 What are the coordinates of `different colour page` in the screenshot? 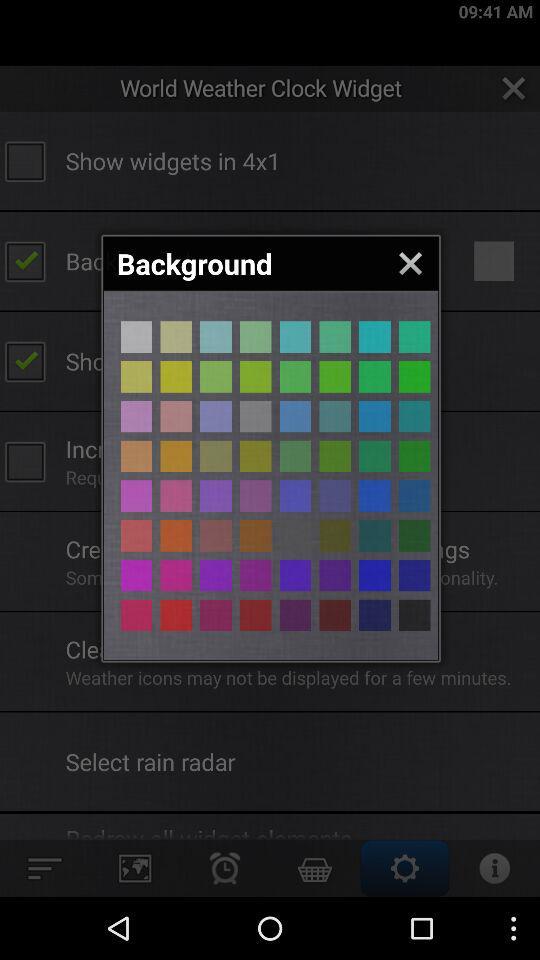 It's located at (335, 415).